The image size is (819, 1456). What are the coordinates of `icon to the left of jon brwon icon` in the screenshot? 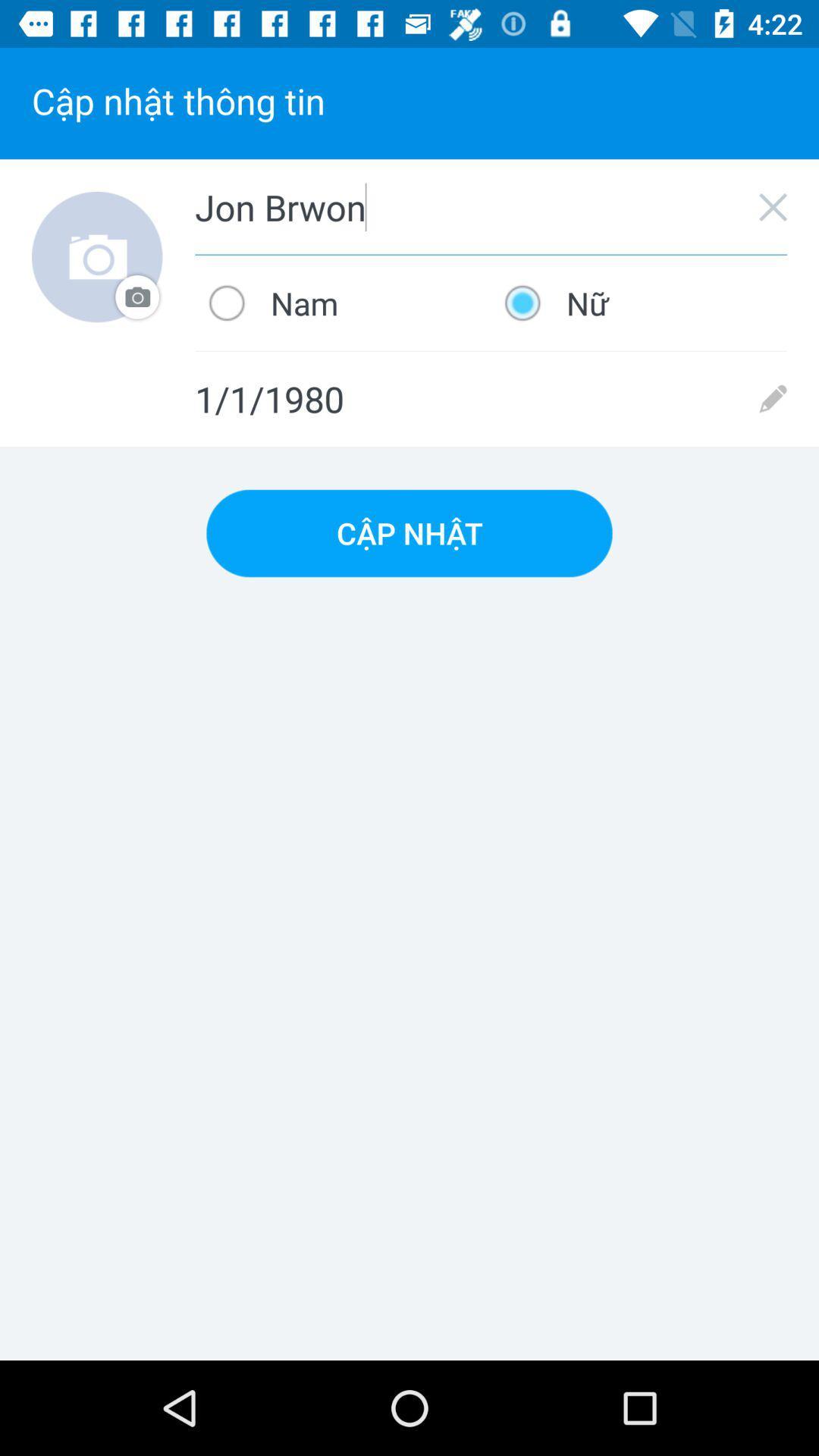 It's located at (97, 257).